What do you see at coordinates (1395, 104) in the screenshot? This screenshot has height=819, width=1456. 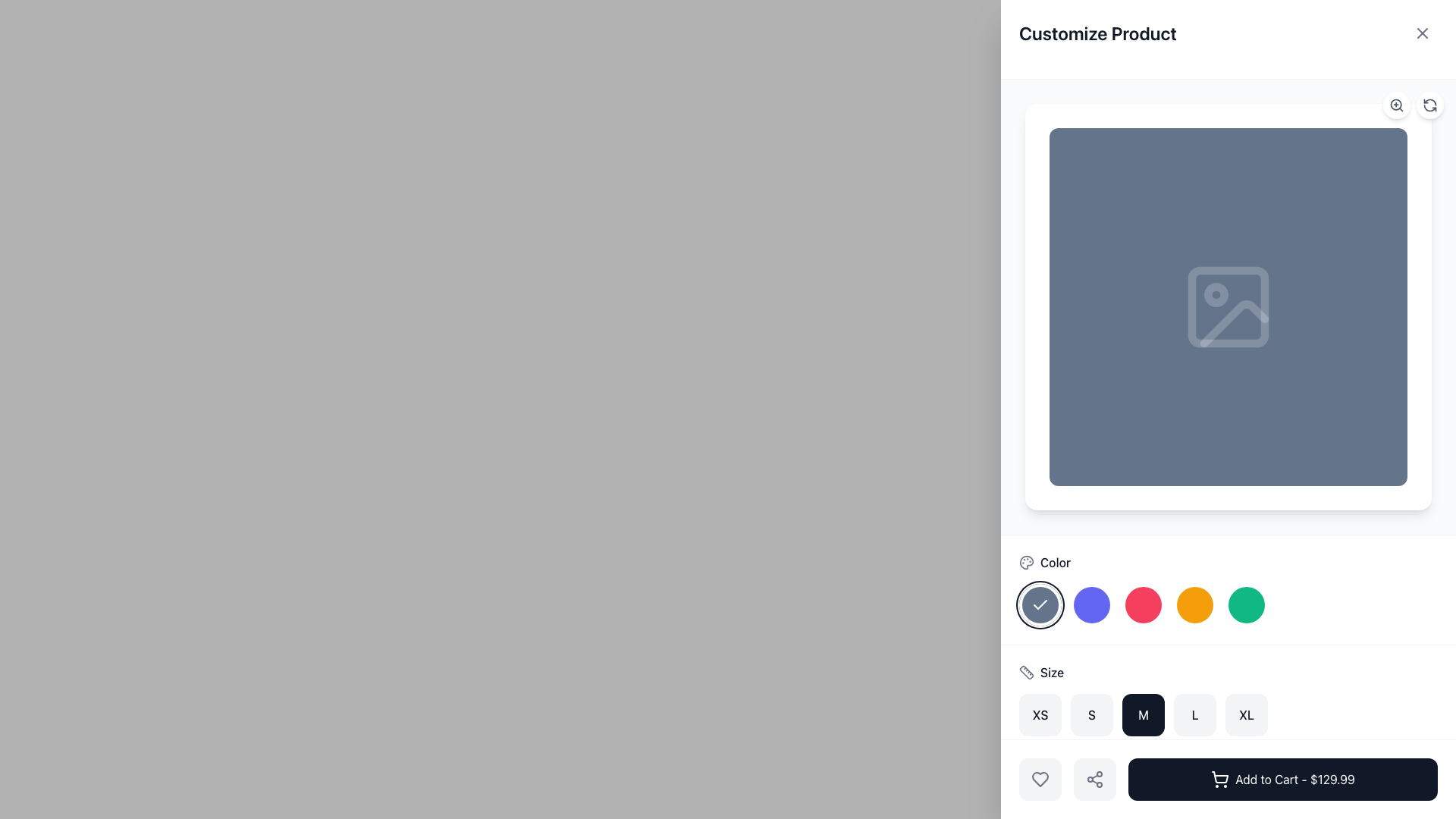 I see `the central circular component of the magnifying glass icon located at the top-right of the customization interface, adjacent to the image preview area` at bounding box center [1395, 104].